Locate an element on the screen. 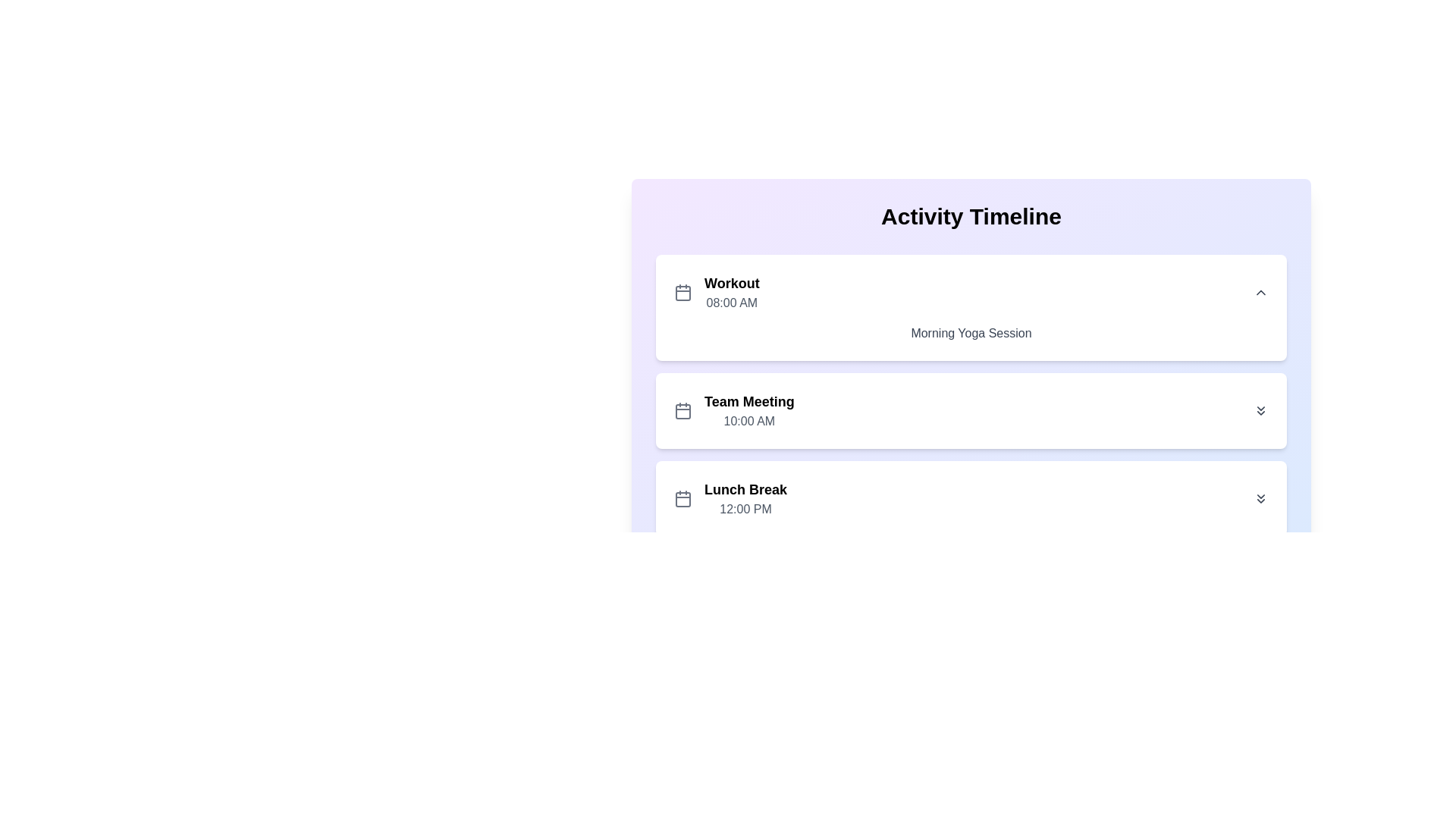 The image size is (1456, 819). the downward double-chevron button in the 'Lunch Break' section of the 'Activity Timeline' is located at coordinates (1260, 499).